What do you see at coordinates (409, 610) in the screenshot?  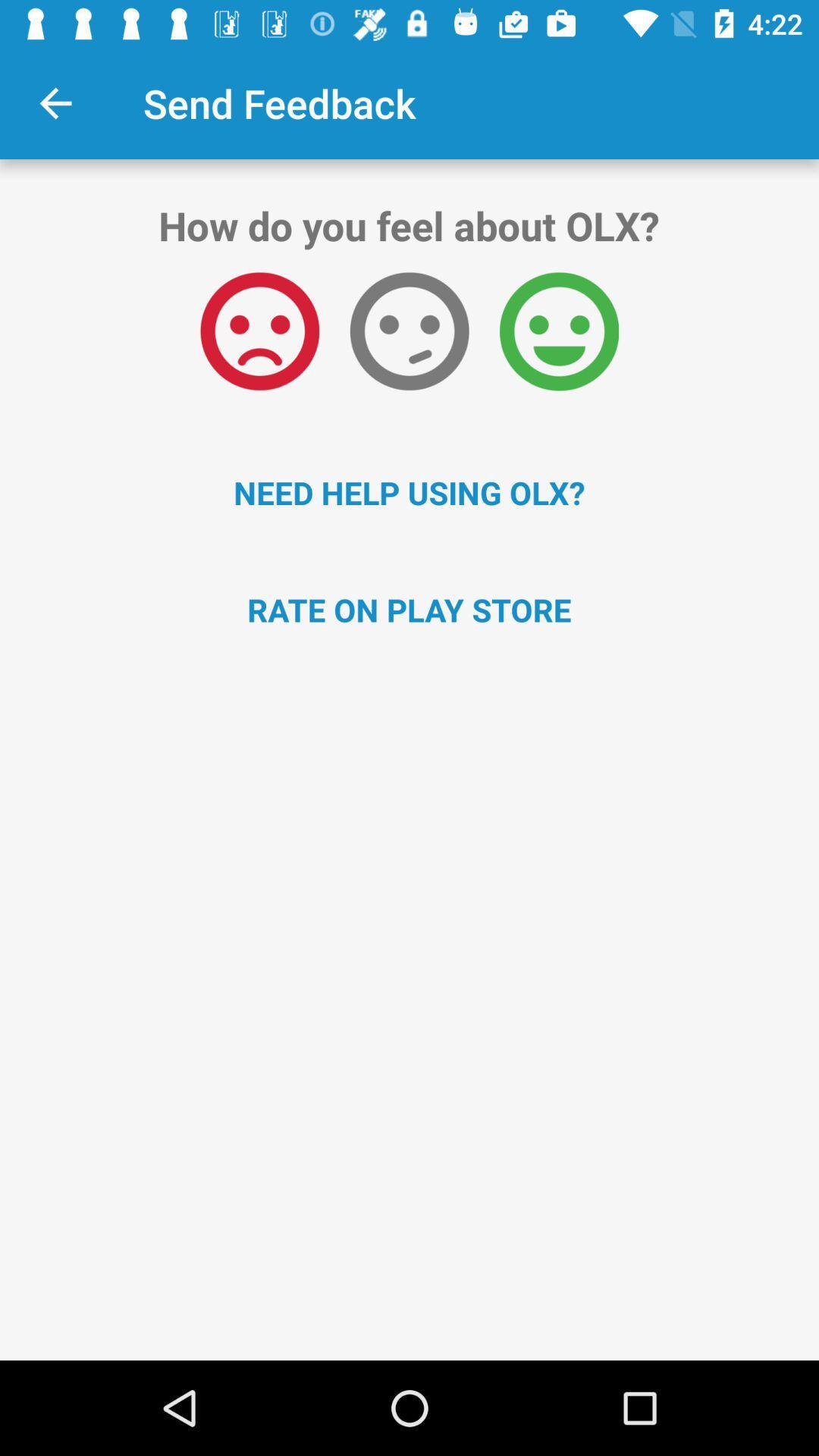 I see `item below need help using` at bounding box center [409, 610].